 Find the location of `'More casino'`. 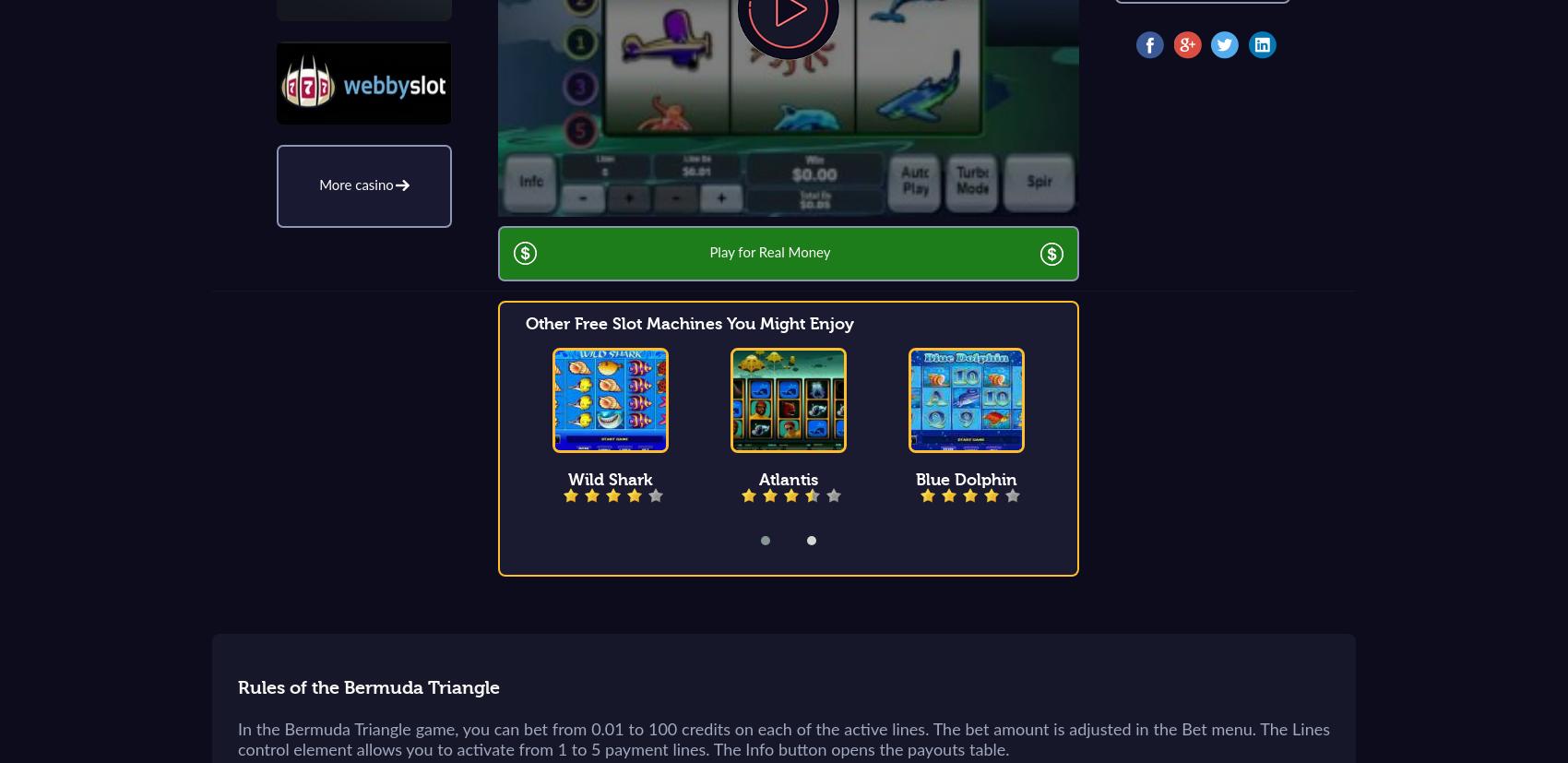

'More casino' is located at coordinates (355, 185).